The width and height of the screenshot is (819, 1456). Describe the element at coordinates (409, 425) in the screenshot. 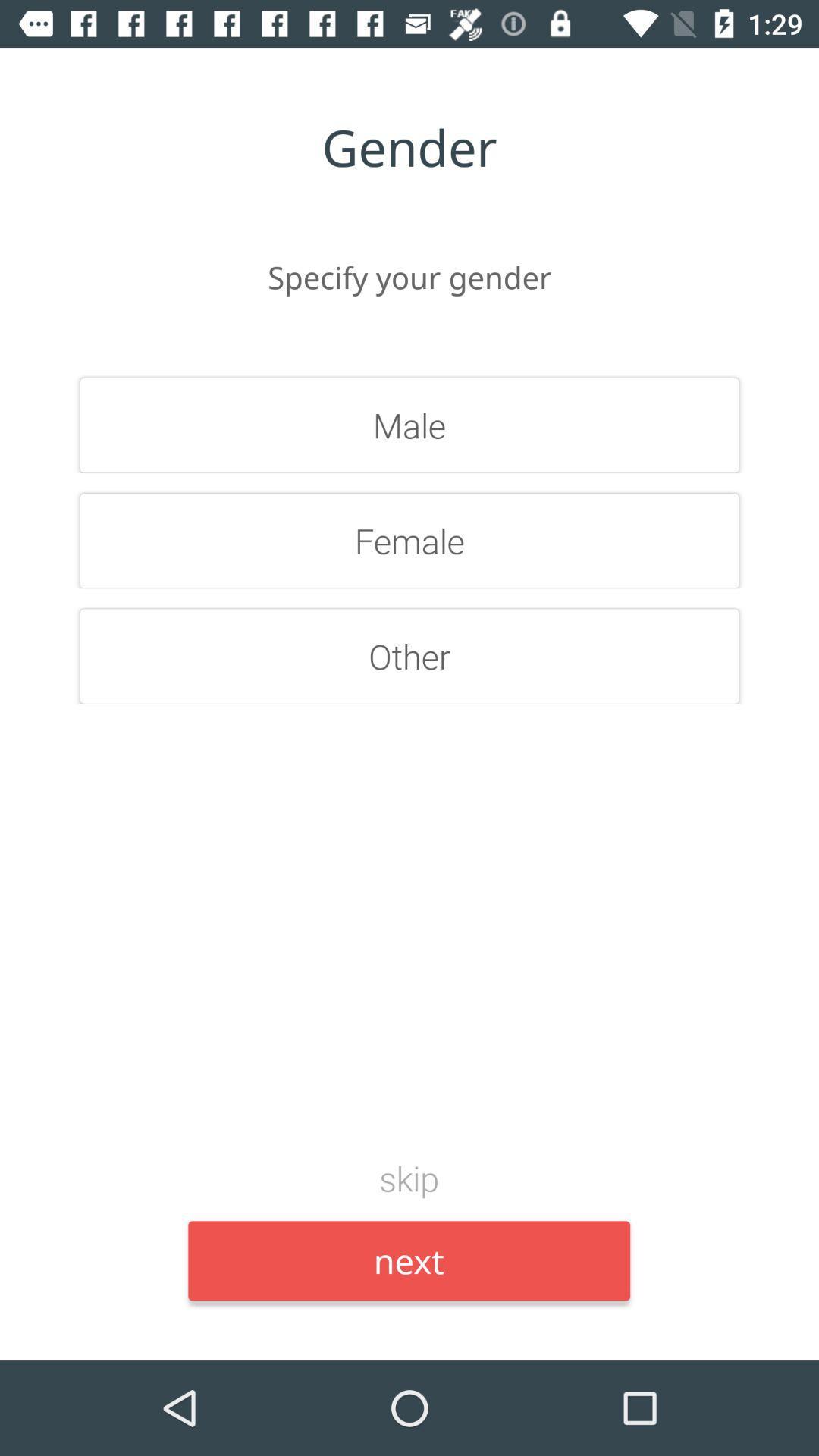

I see `the item above female icon` at that location.